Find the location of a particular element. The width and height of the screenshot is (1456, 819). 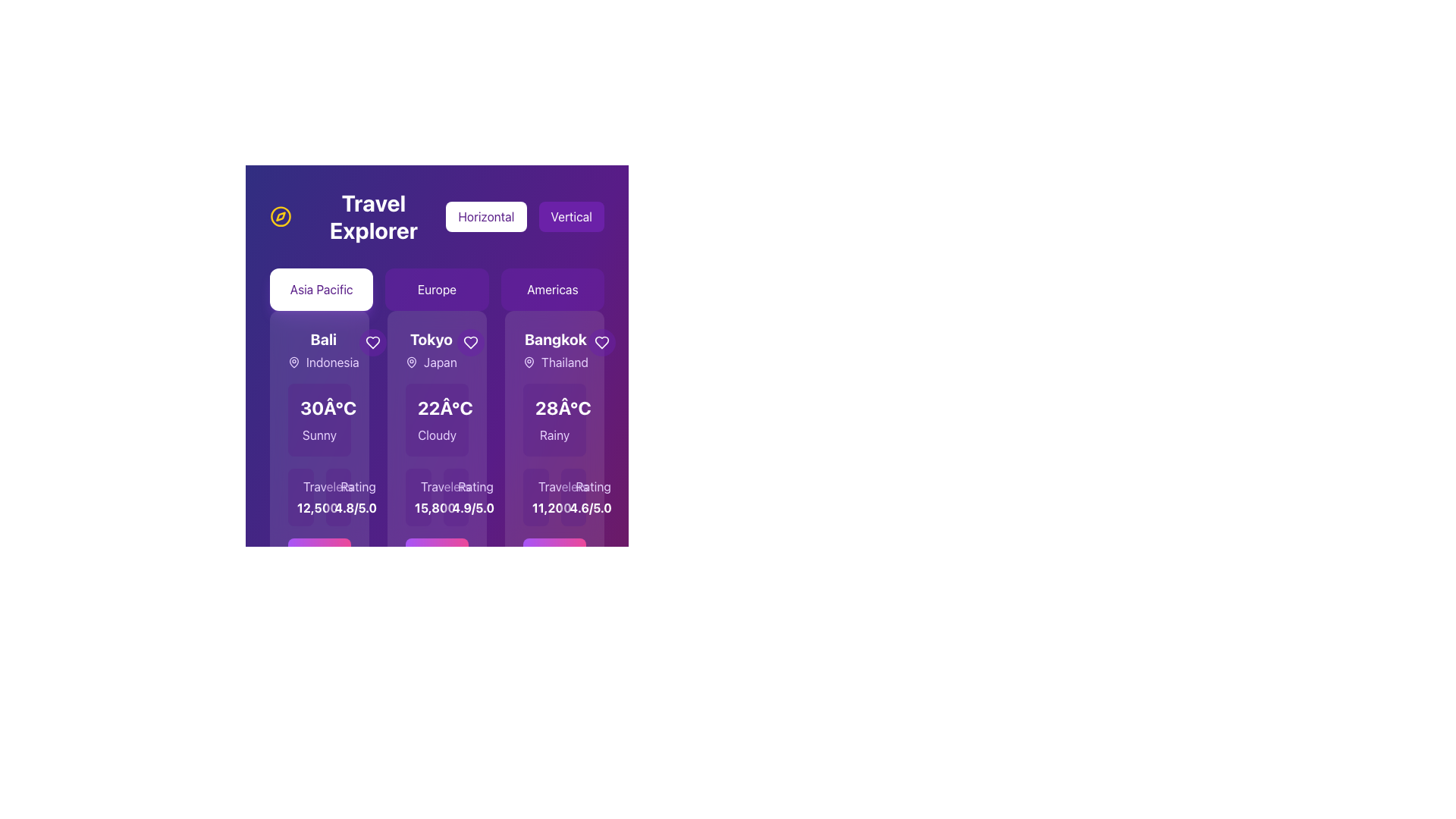

the heart-shaped icon with a purple-tinged background located in the second column under 'Tokyo, Japan' in the 'Travel Explorer' UI to mark it as a favorite is located at coordinates (469, 342).